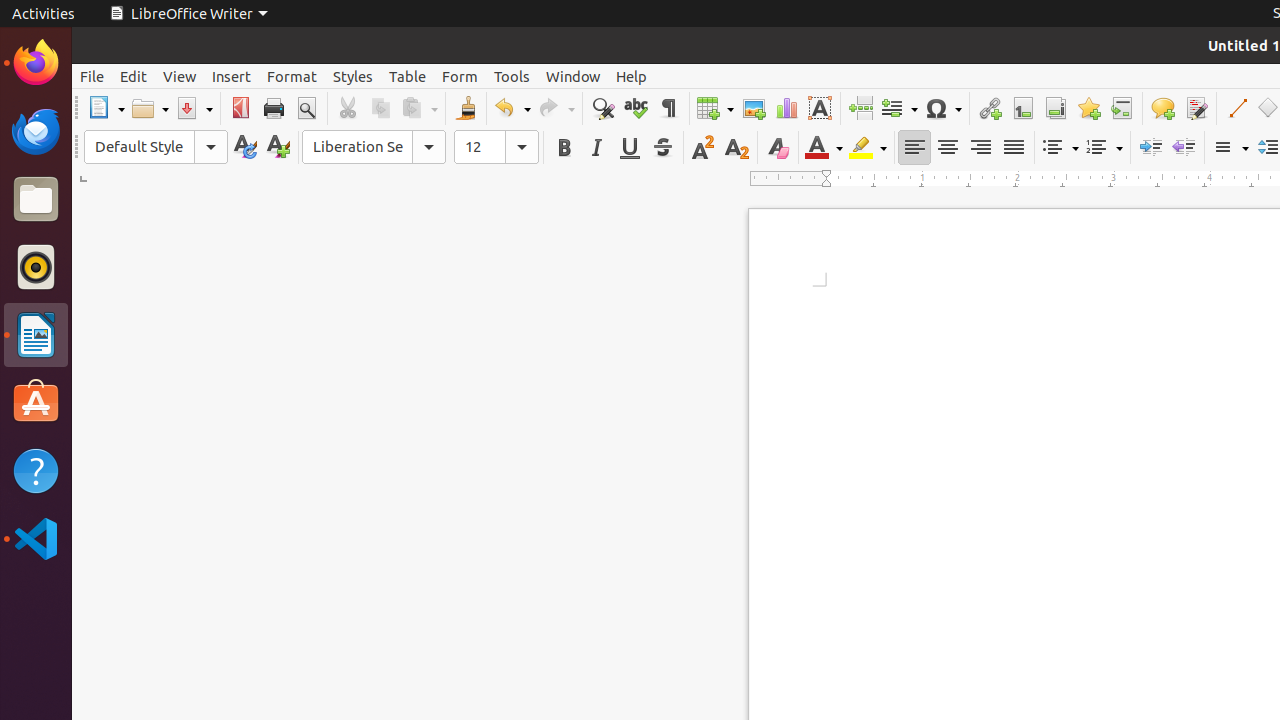 This screenshot has height=720, width=1280. Describe the element at coordinates (824, 146) in the screenshot. I see `'Font Color'` at that location.